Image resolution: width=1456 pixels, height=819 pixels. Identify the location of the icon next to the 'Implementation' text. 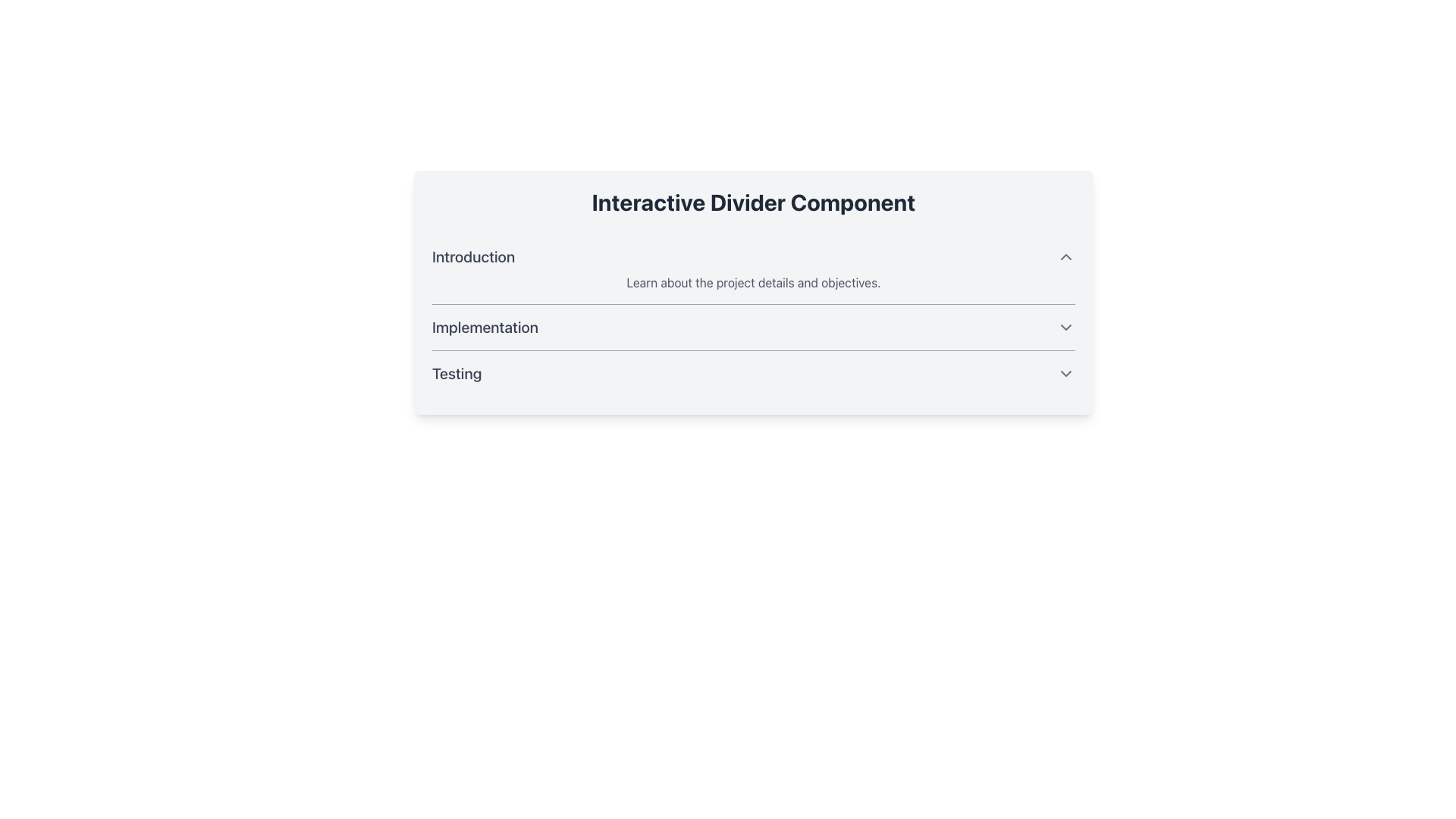
(1065, 327).